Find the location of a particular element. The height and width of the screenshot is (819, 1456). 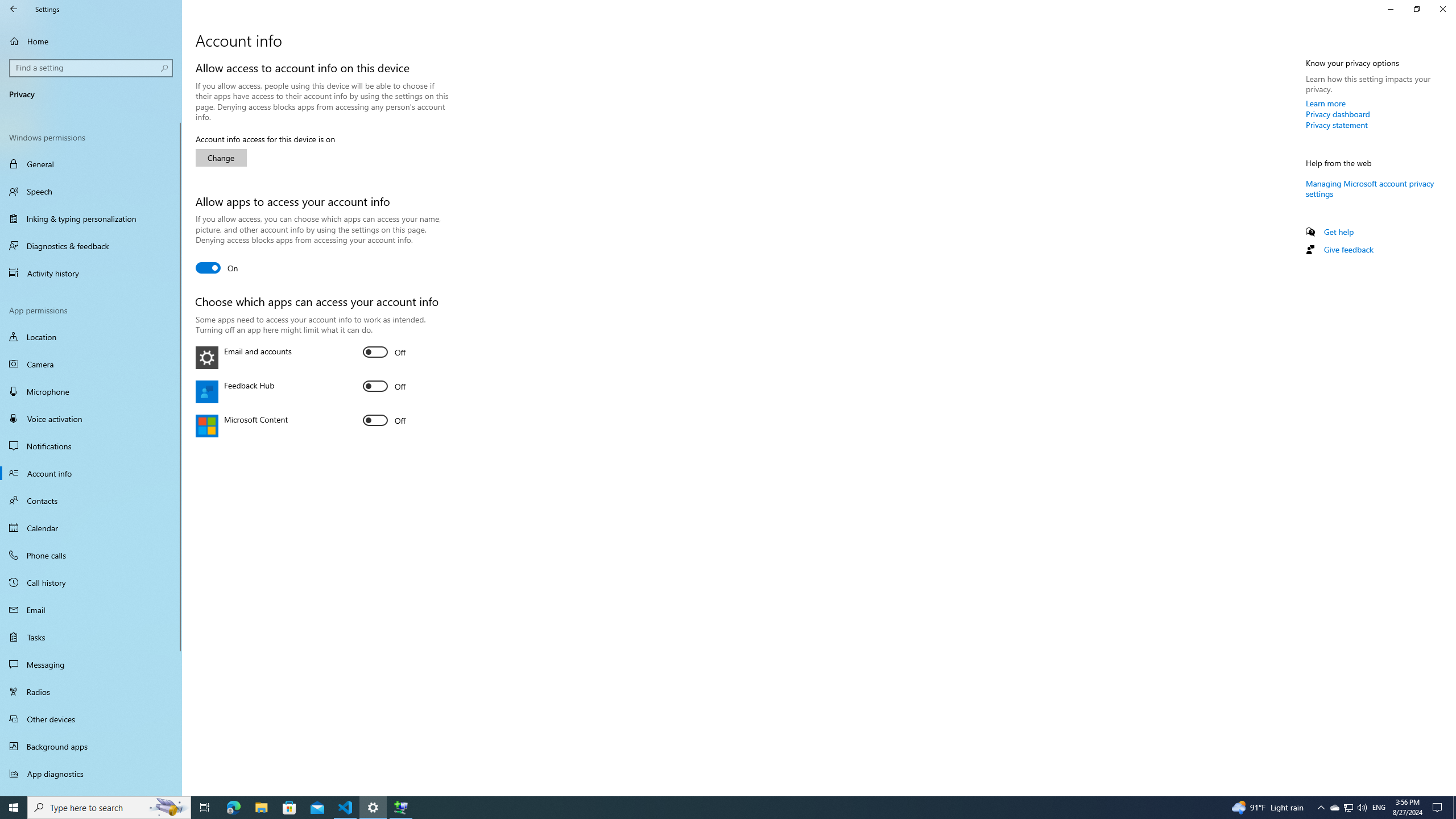

'Automatic file downloads' is located at coordinates (90, 791).